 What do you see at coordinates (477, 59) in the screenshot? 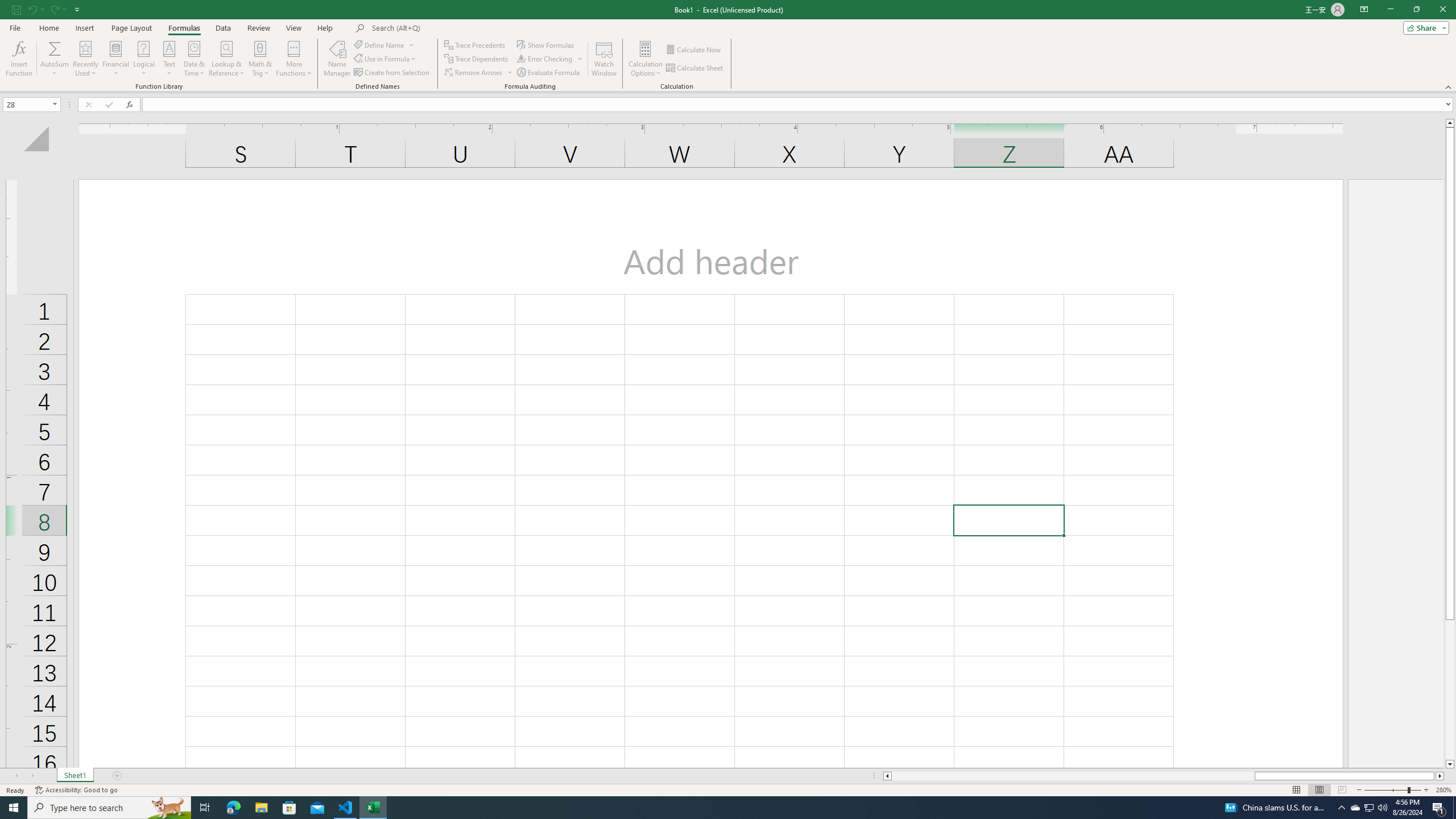
I see `'Trace Dependents'` at bounding box center [477, 59].